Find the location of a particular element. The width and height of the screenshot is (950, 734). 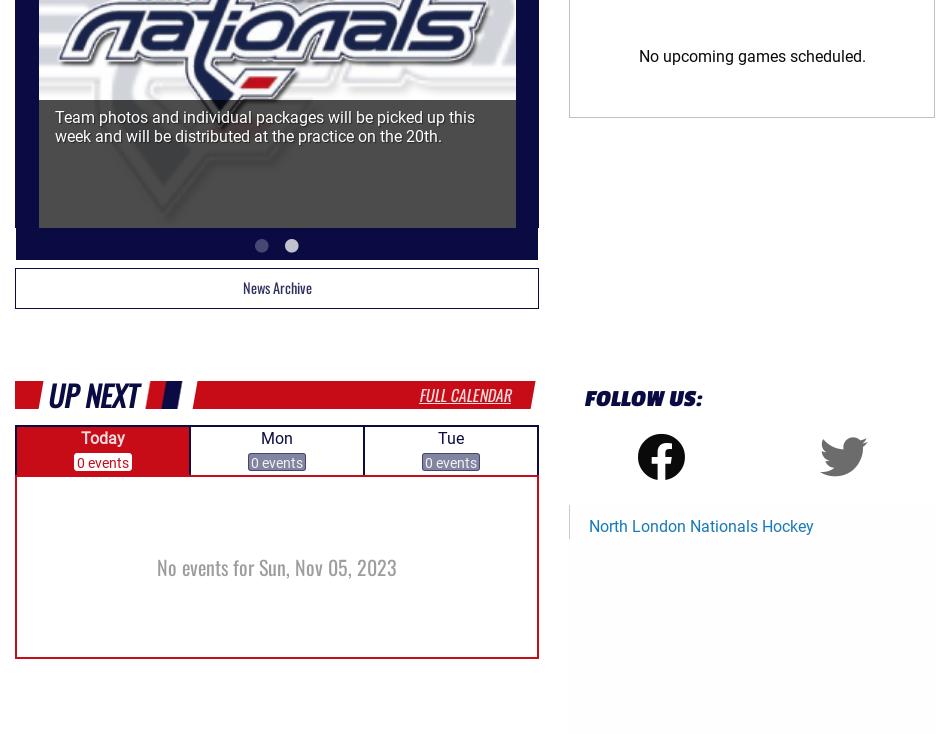

'Up Next' is located at coordinates (93, 393).